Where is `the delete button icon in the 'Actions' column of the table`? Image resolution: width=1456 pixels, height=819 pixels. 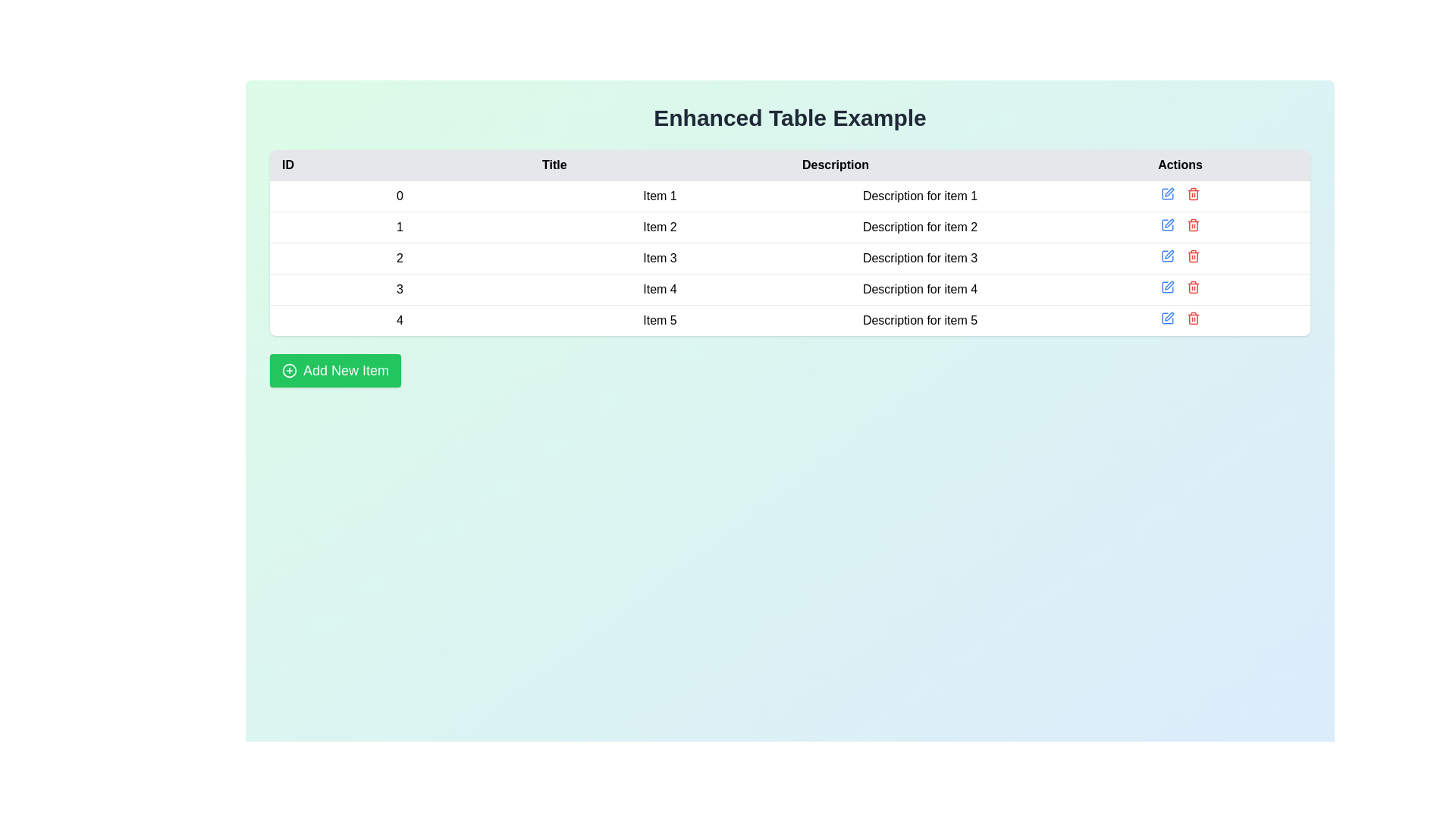 the delete button icon in the 'Actions' column of the table is located at coordinates (1192, 193).